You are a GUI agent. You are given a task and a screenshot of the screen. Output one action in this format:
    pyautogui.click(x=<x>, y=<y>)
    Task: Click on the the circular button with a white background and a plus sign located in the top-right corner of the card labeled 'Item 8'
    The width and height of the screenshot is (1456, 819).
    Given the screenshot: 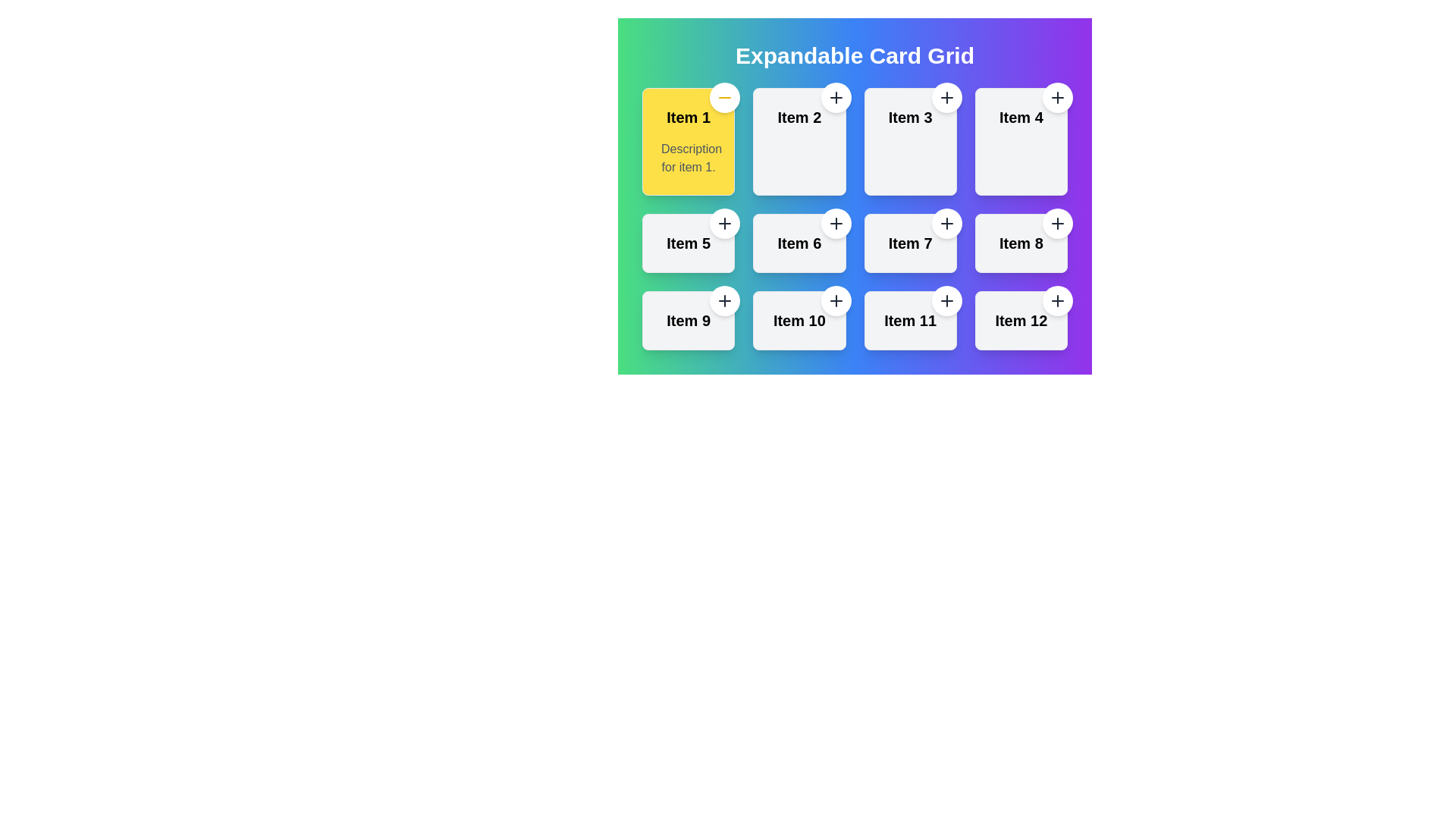 What is the action you would take?
    pyautogui.click(x=1057, y=223)
    